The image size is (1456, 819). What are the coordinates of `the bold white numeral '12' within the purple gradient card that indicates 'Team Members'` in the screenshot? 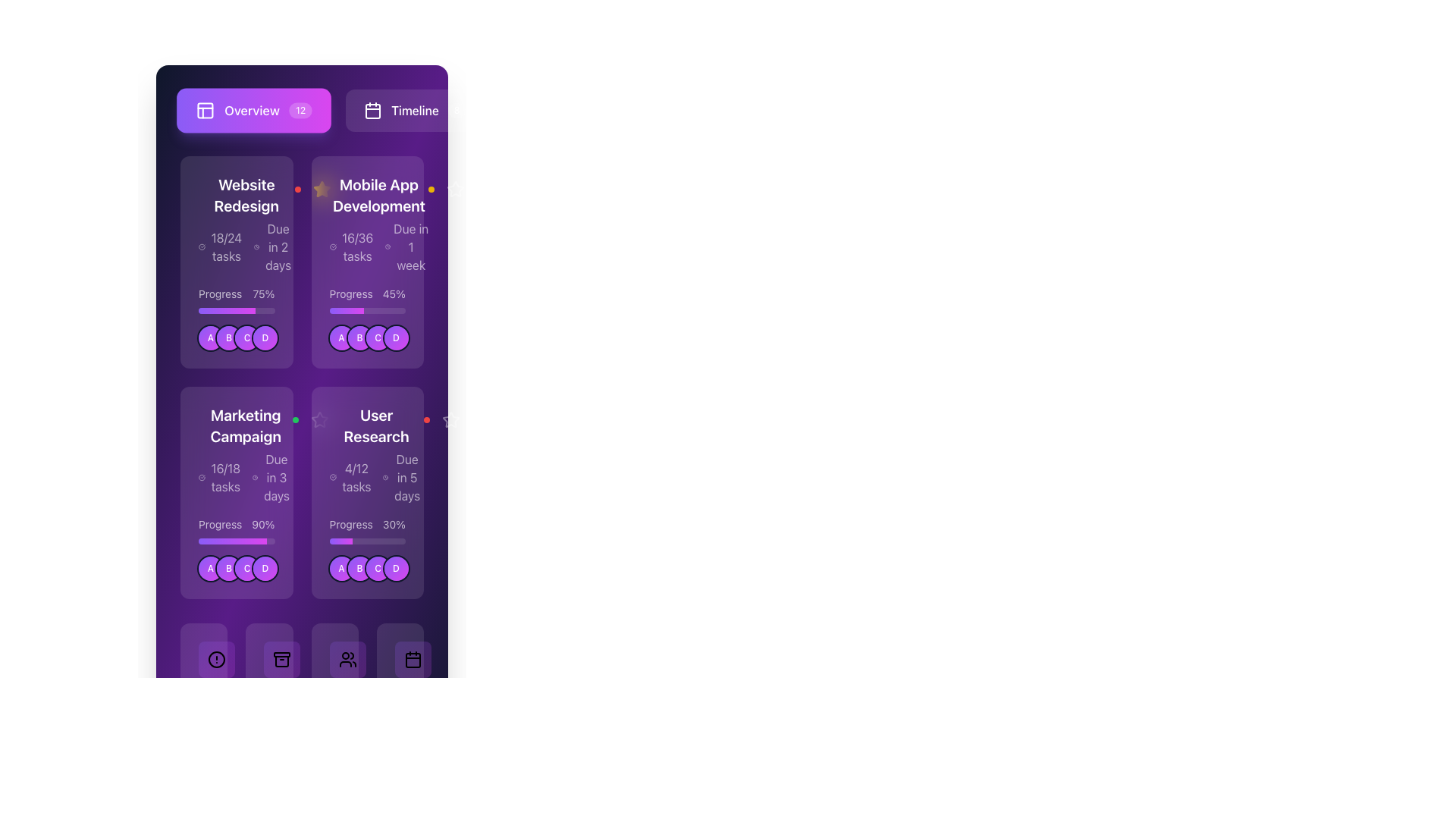 It's located at (334, 701).